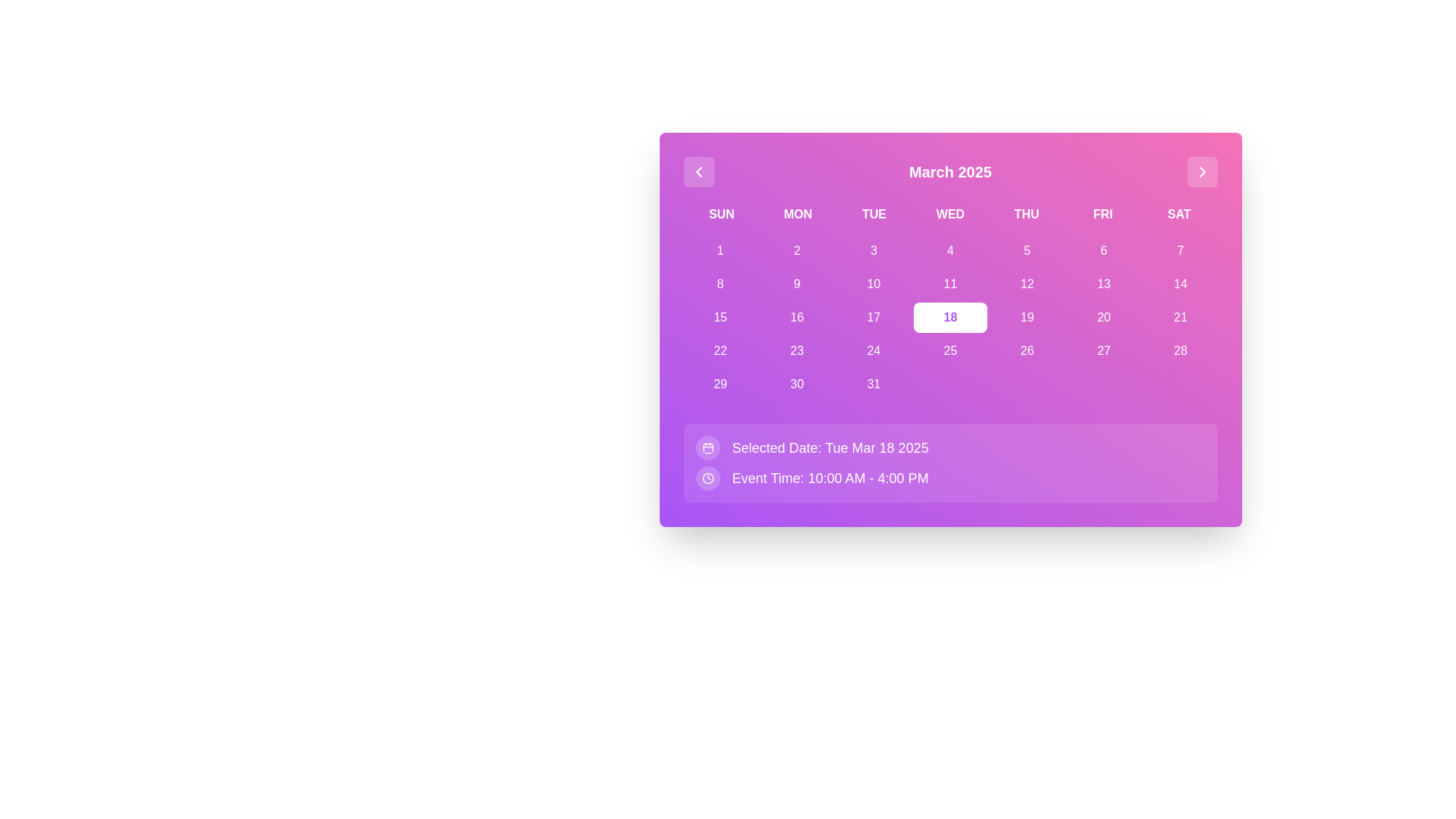 The width and height of the screenshot is (1456, 819). I want to click on the rectangular button displaying the text '27' in white with a light purple background, located in the last row, second from last column of the grid, so click(1103, 350).